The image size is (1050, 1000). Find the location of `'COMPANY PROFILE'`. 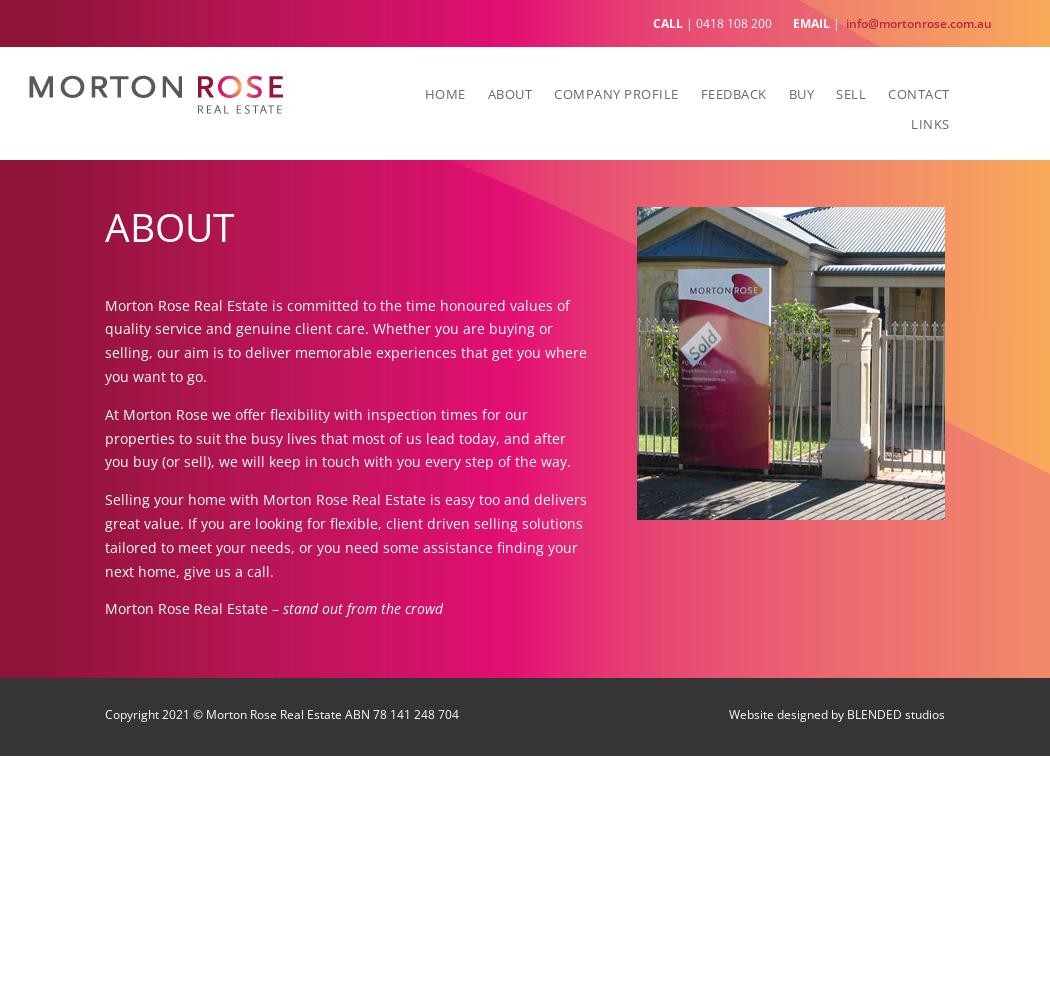

'COMPANY PROFILE' is located at coordinates (616, 92).